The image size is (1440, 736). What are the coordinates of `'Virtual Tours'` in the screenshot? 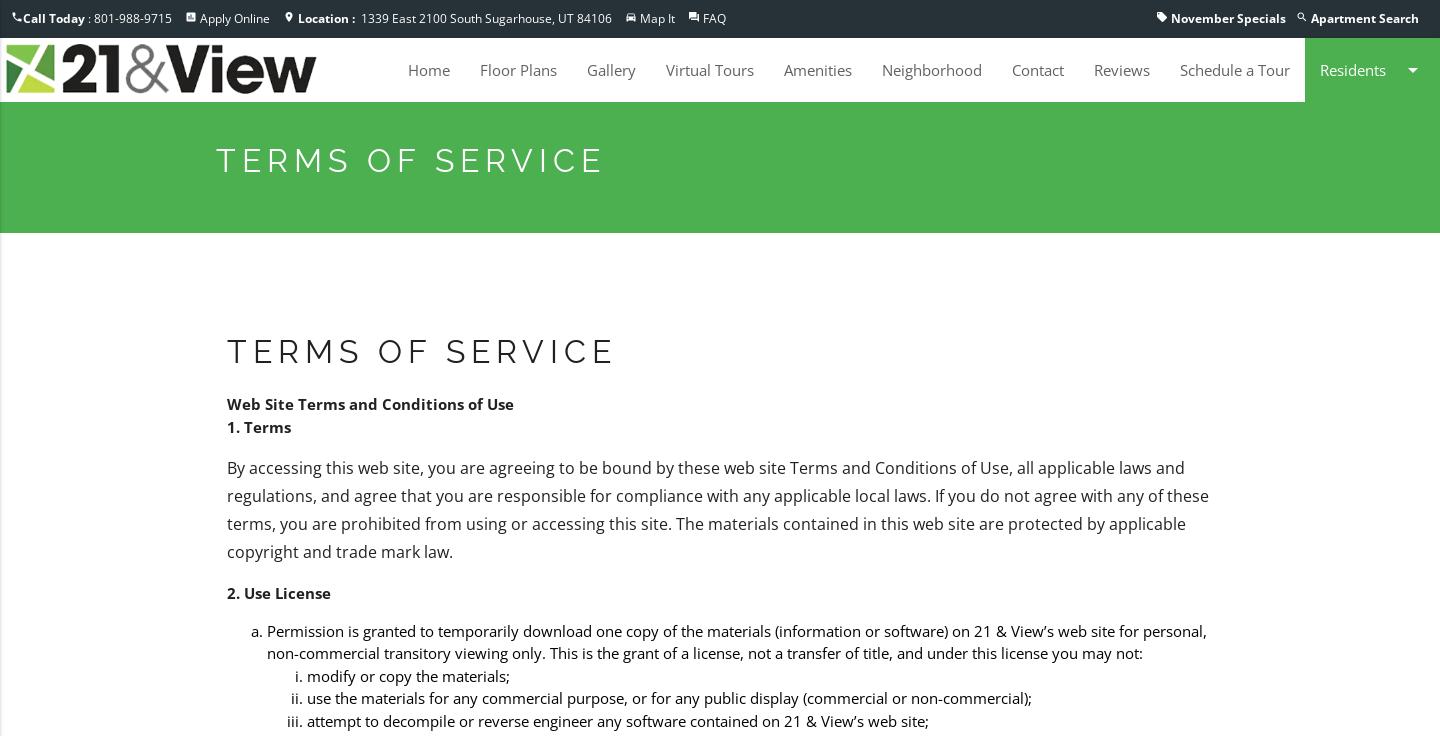 It's located at (666, 69).